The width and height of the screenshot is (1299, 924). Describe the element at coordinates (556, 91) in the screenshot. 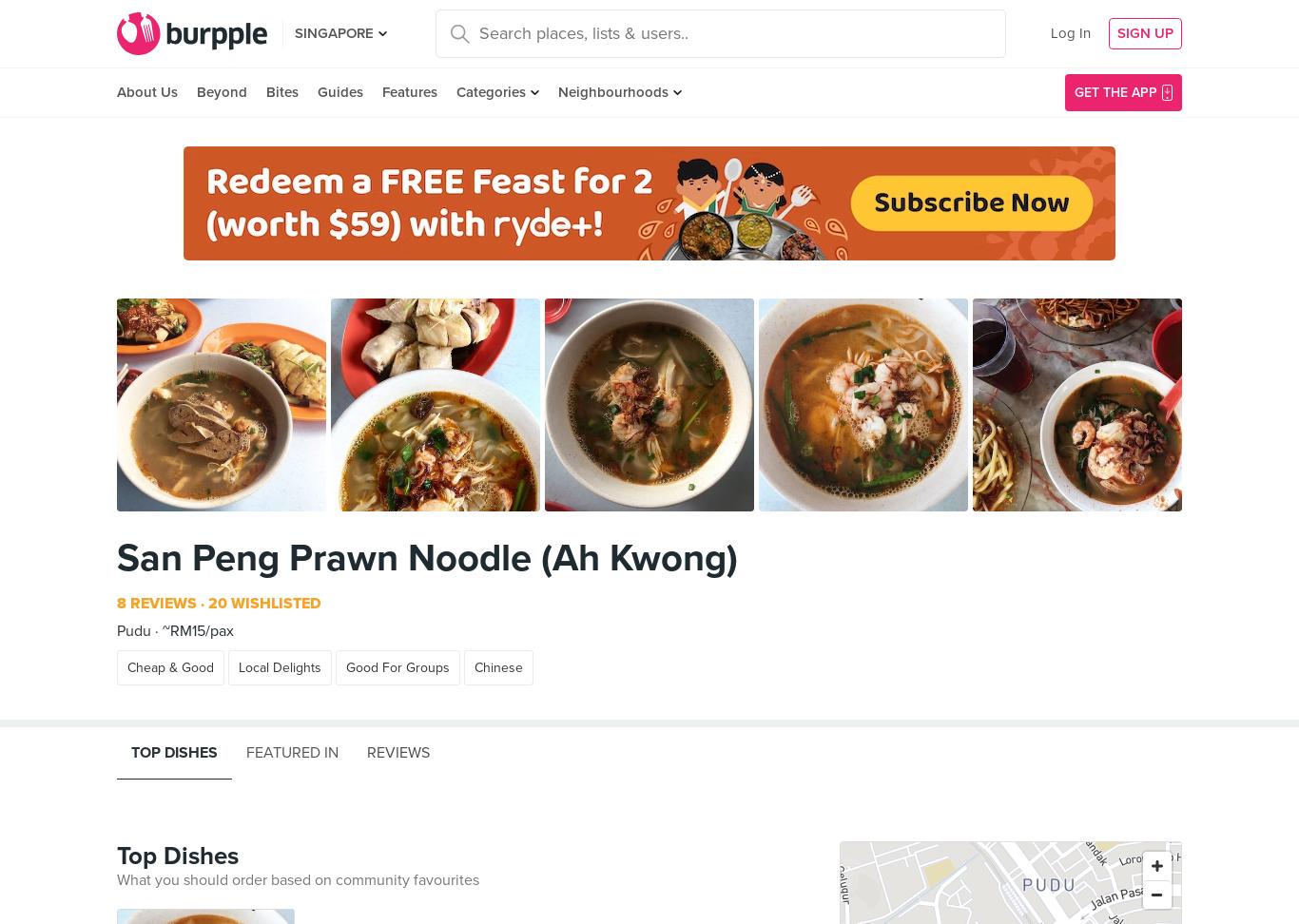

I see `'Neighbourhoods'` at that location.